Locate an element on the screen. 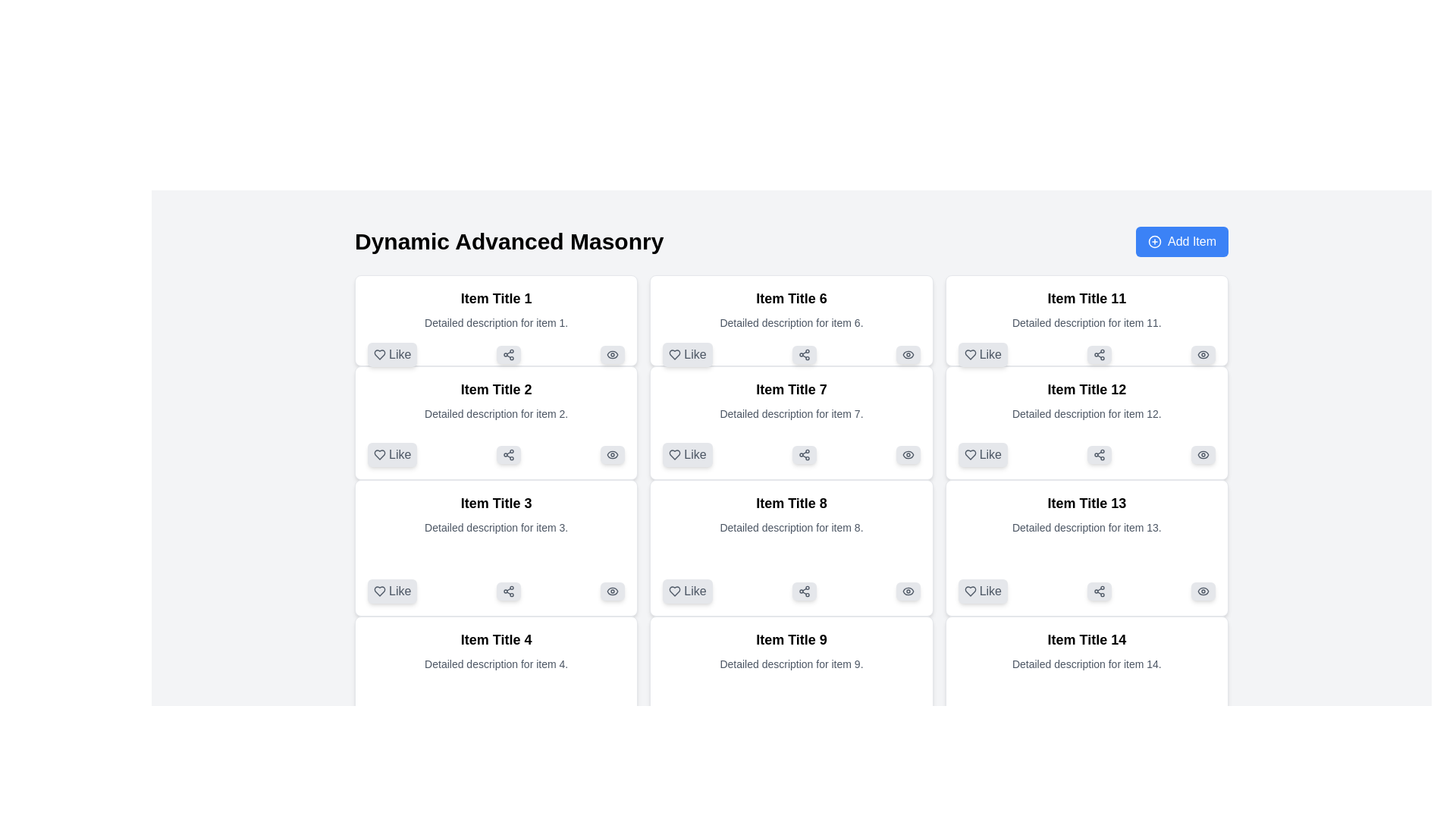 Image resolution: width=1456 pixels, height=819 pixels. the 'Like' button with a heart icon located in the second card of the grid layout, positioned in the leftmost column and second row, as the first button on the left among similar buttons is located at coordinates (392, 454).